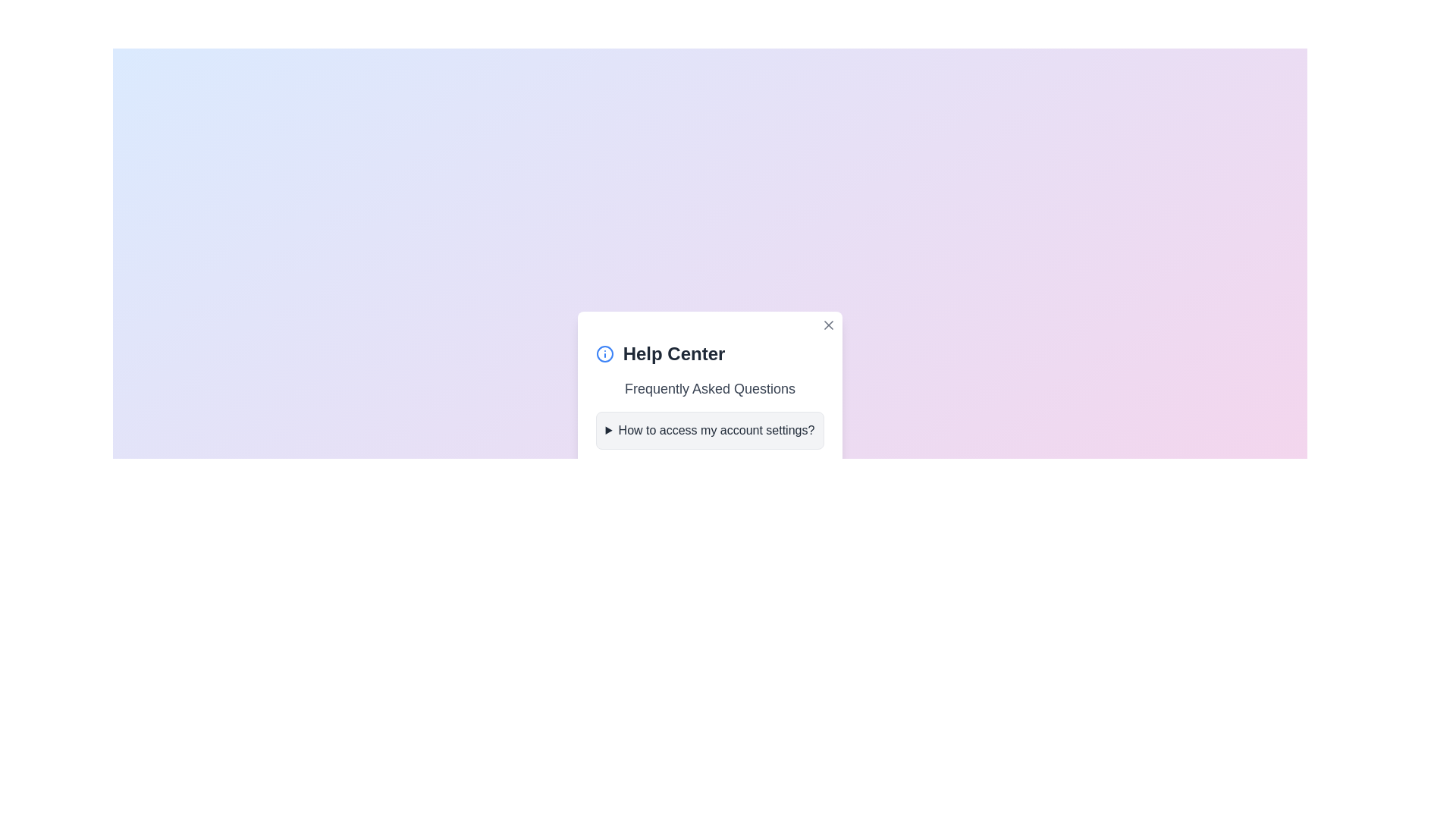  Describe the element at coordinates (604, 353) in the screenshot. I see `the icon indicating information or assistance located on the left side of the 'Help Center' section within the modal window, adjacent to the title text 'Help Center'` at that location.